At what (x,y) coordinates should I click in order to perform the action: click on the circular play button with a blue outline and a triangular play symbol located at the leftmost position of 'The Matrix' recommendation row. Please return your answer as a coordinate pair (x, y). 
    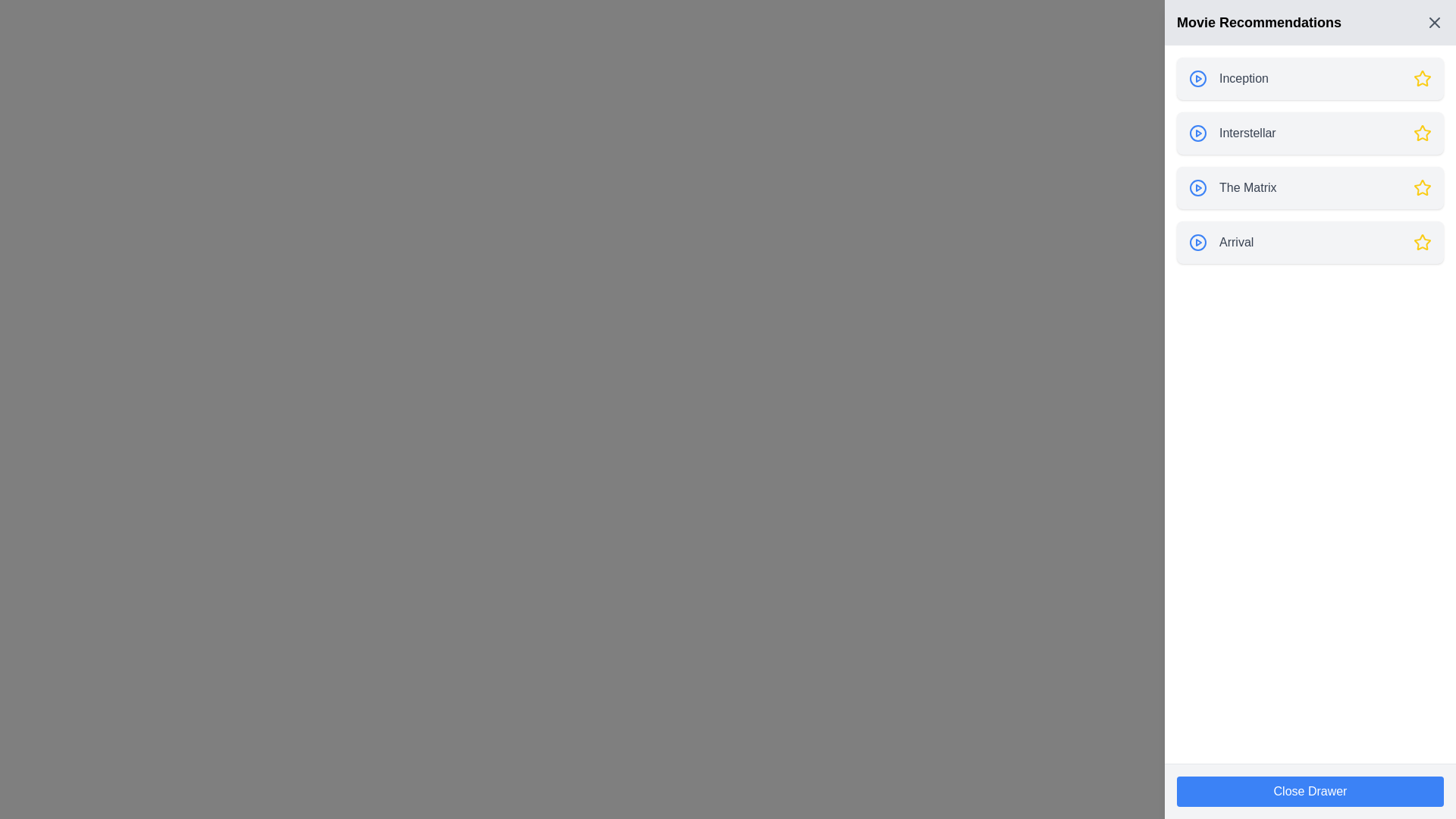
    Looking at the image, I should click on (1197, 187).